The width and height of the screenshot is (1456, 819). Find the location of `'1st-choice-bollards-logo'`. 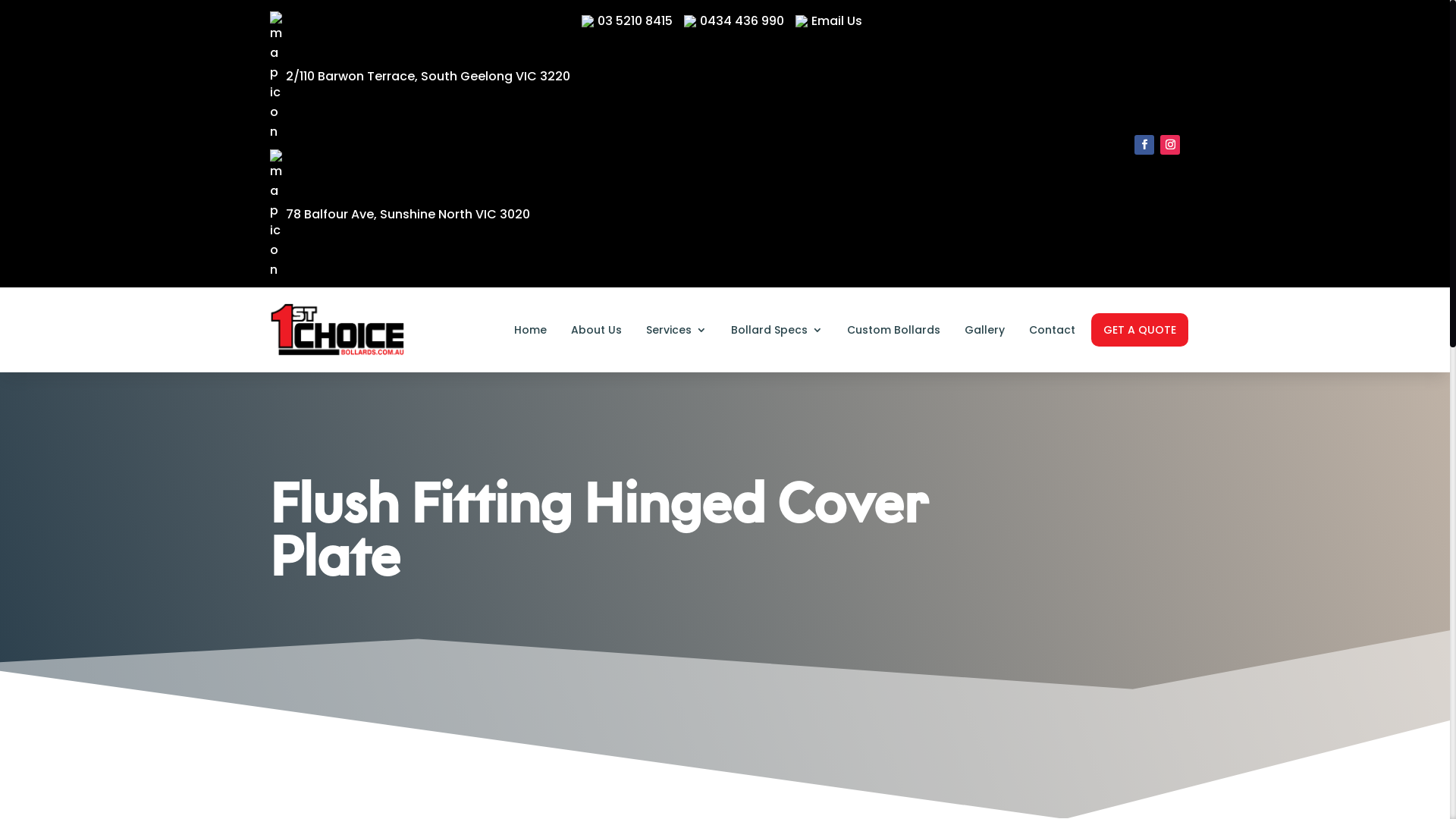

'1st-choice-bollards-logo' is located at coordinates (337, 329).